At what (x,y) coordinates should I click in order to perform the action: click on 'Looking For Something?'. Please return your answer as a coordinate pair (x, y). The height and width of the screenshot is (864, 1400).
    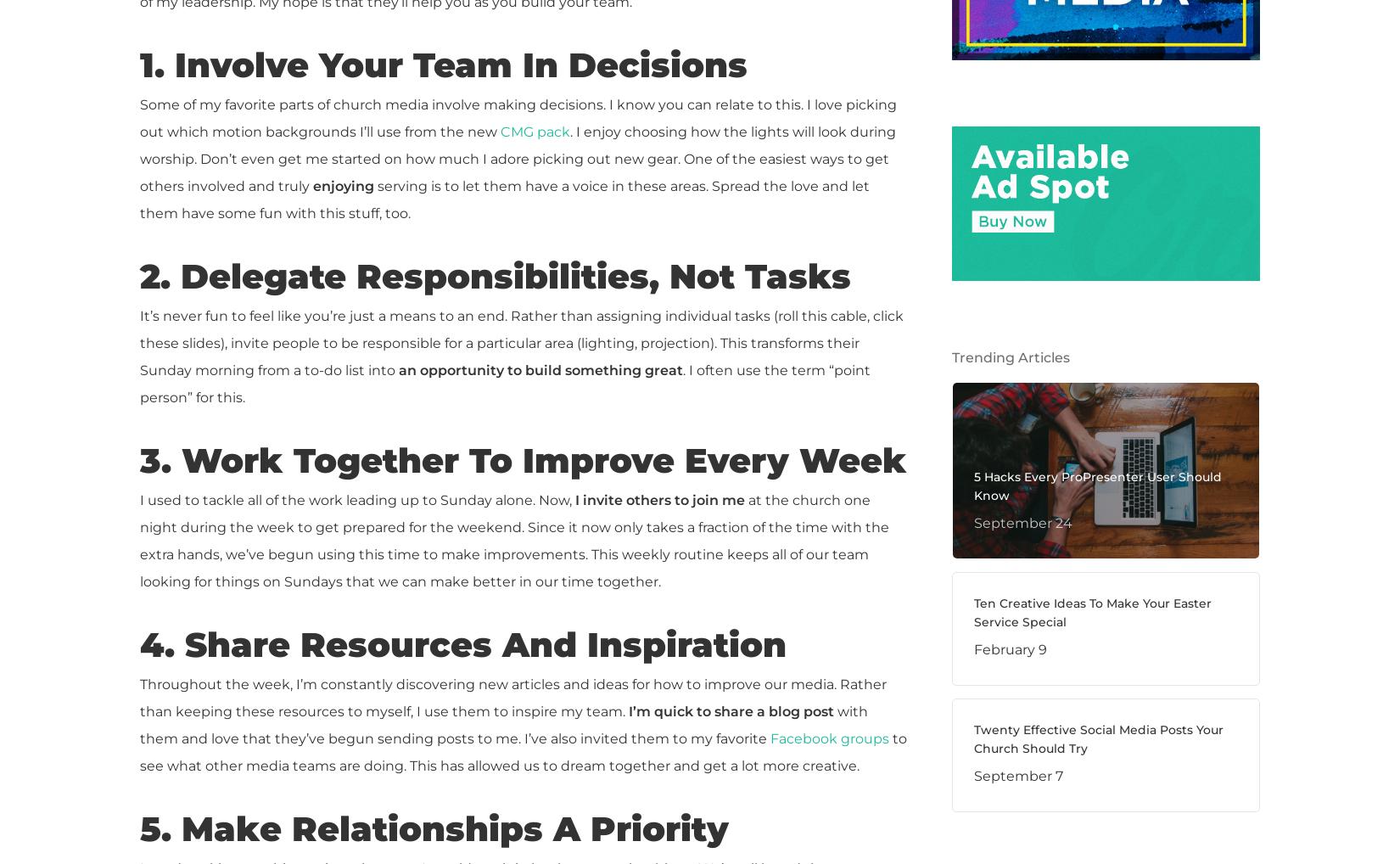
    Looking at the image, I should click on (986, 452).